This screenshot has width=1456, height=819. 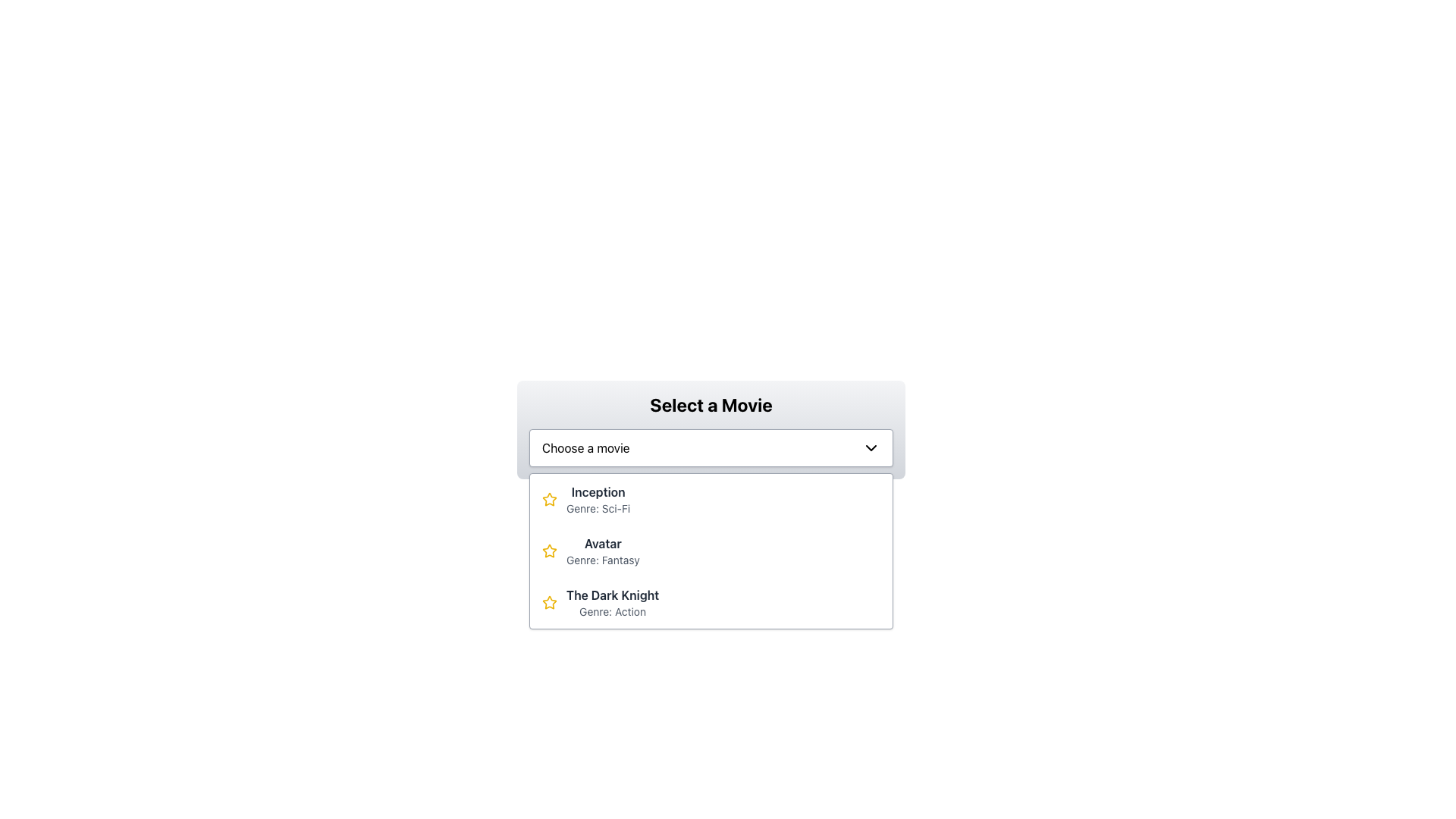 I want to click on the 'Avatar' text element in the dropdown menu, which is styled in bold and dark font, located above 'Genre: Fantasy' and between 'Inception' and 'The Dark Knight', so click(x=602, y=543).